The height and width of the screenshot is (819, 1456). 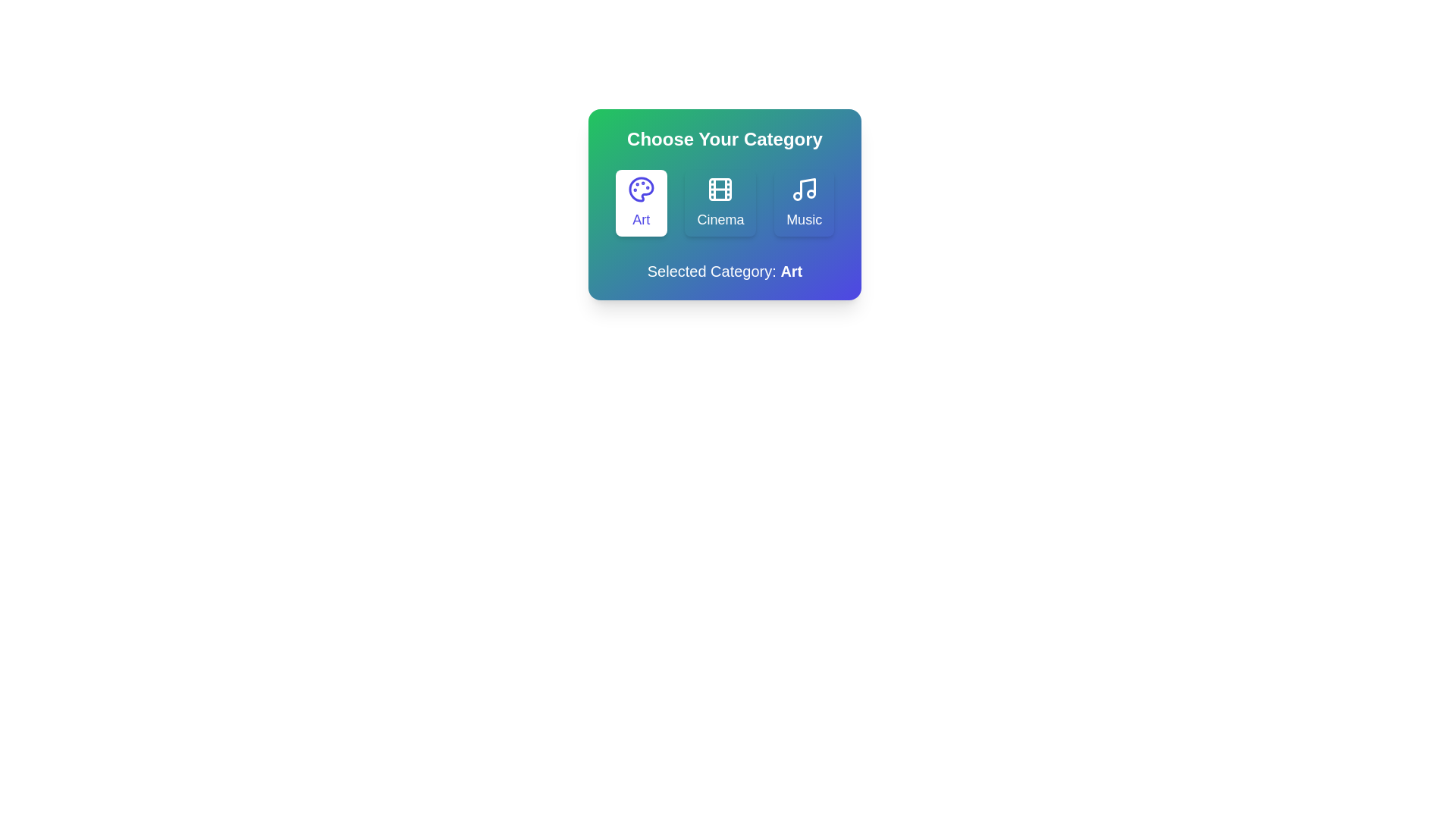 What do you see at coordinates (720, 202) in the screenshot?
I see `the 'Cinema' category button to select it` at bounding box center [720, 202].